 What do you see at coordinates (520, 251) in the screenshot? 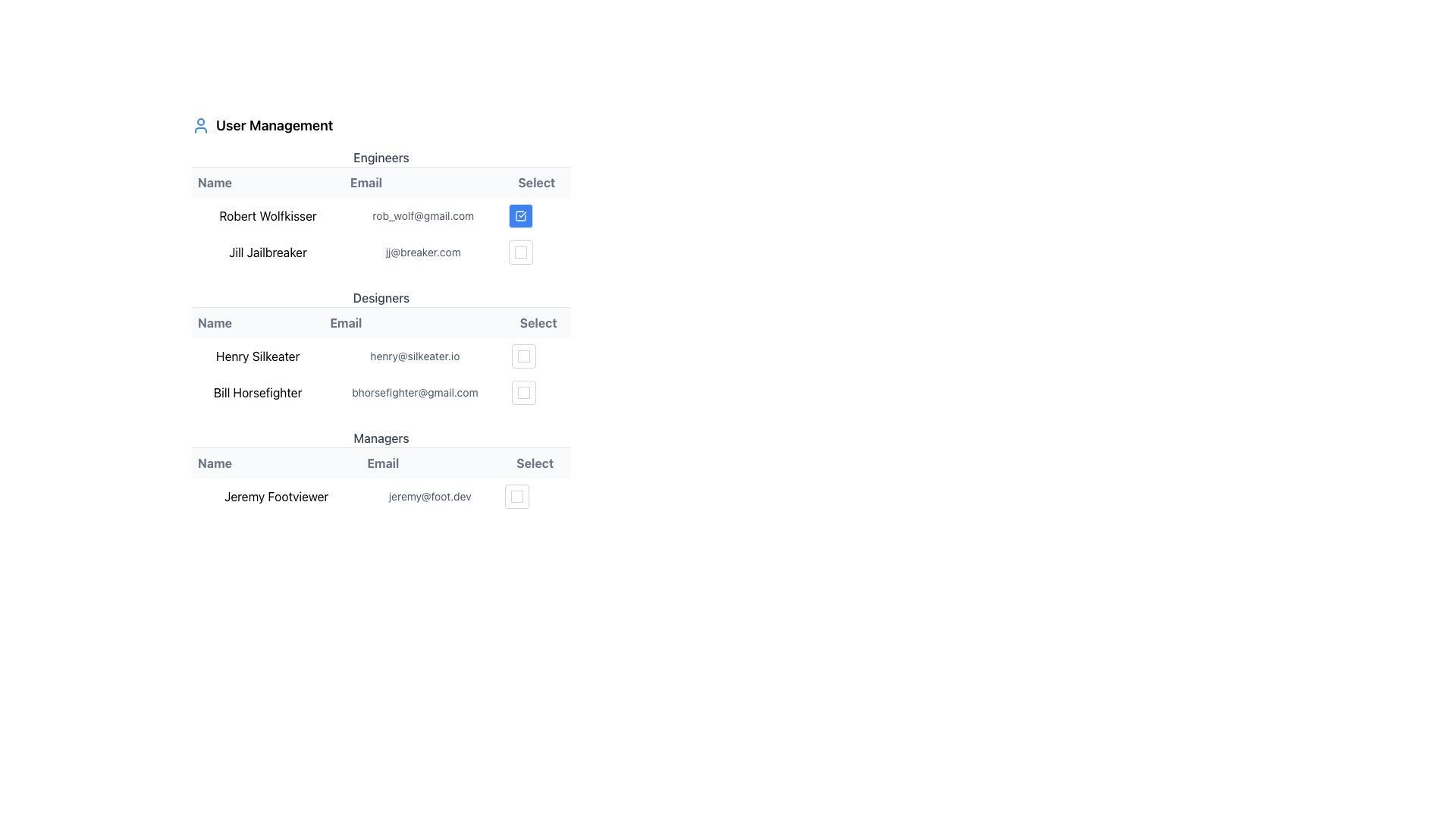
I see `the checkbox in the 'Select' column of the second row under the 'Engineers' section` at bounding box center [520, 251].